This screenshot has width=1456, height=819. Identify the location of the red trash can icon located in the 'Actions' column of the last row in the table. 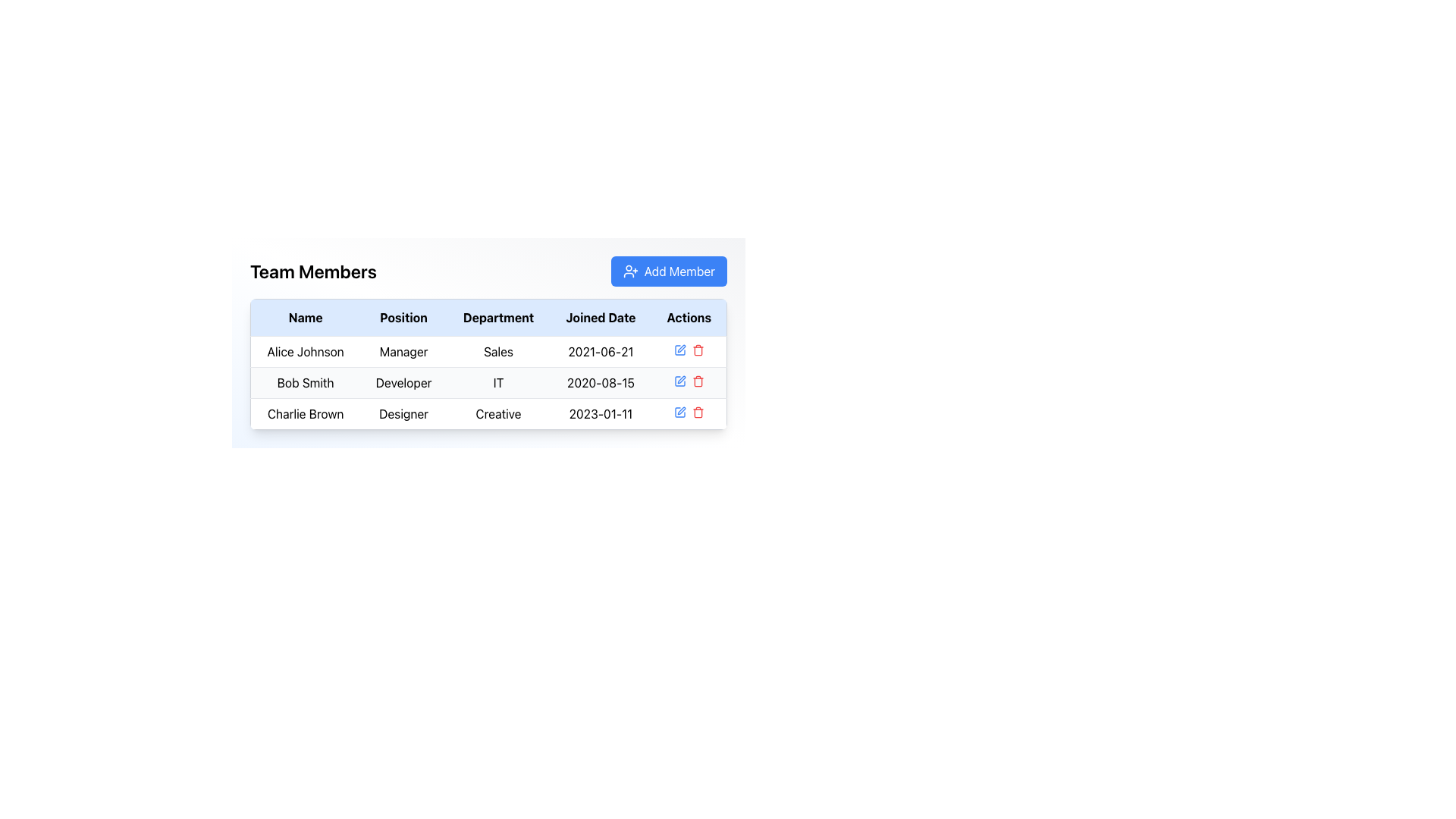
(697, 412).